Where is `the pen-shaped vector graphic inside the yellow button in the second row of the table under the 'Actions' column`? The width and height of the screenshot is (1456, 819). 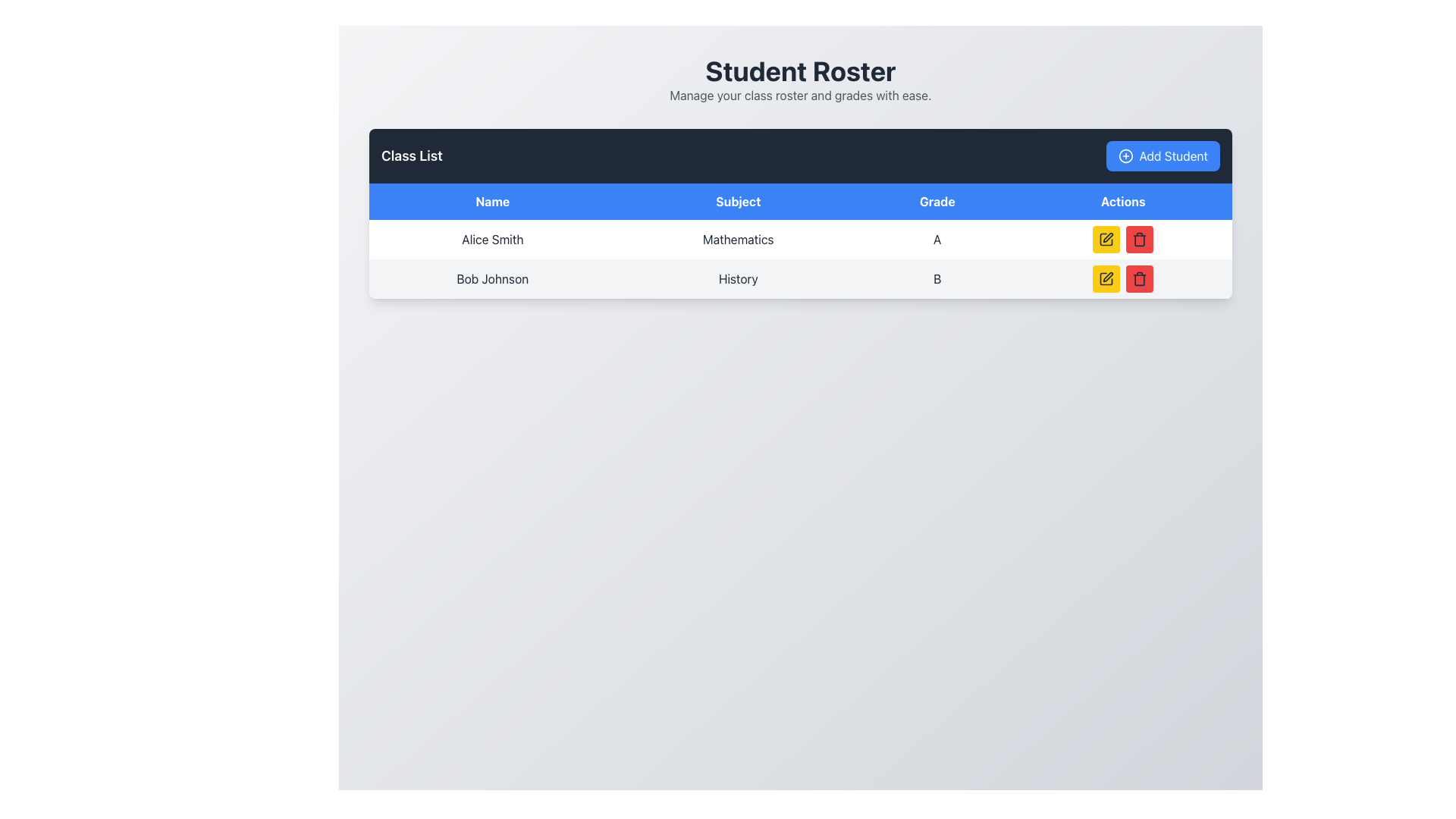 the pen-shaped vector graphic inside the yellow button in the second row of the table under the 'Actions' column is located at coordinates (1108, 277).